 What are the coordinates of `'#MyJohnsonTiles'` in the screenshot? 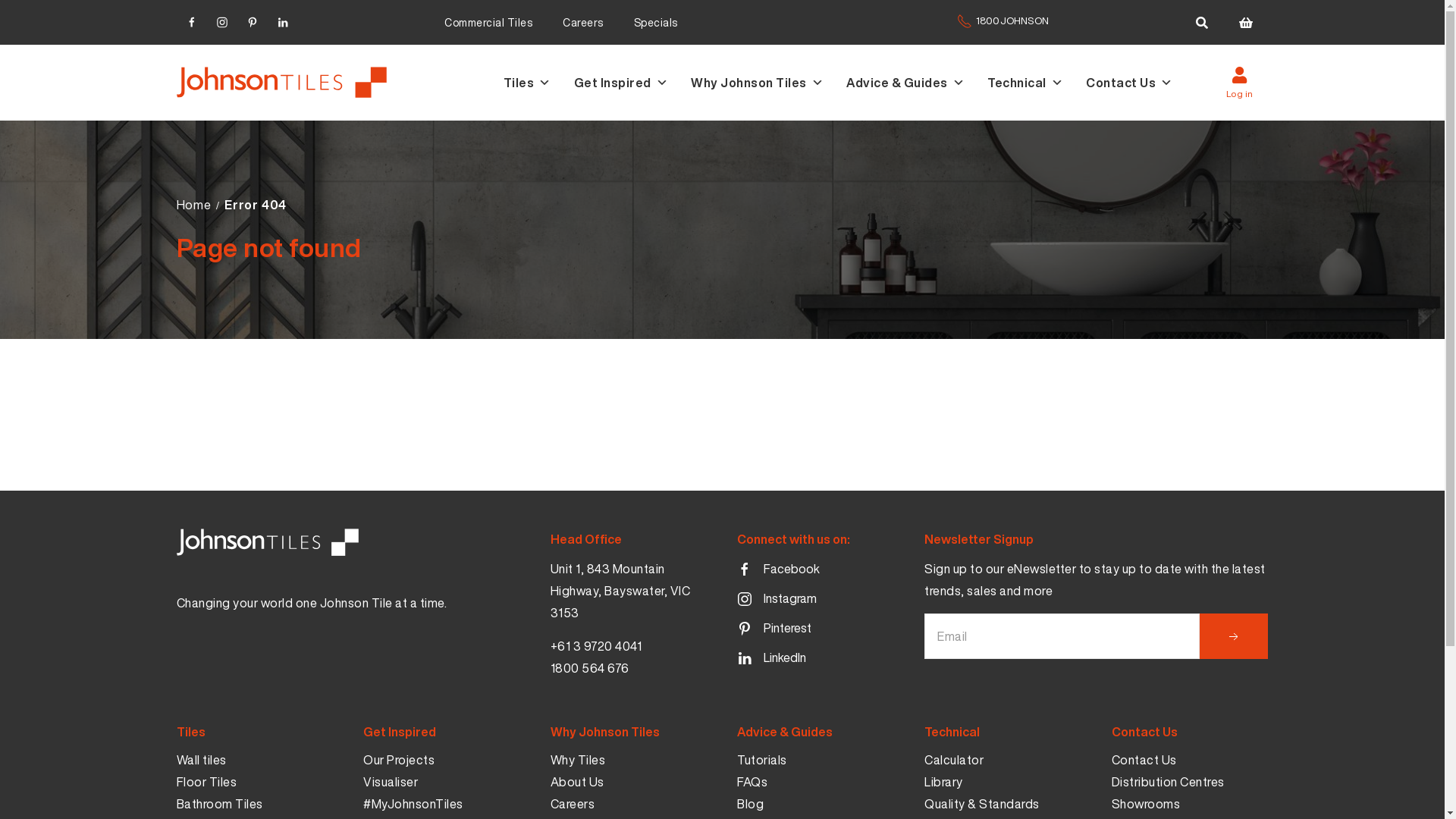 It's located at (413, 803).